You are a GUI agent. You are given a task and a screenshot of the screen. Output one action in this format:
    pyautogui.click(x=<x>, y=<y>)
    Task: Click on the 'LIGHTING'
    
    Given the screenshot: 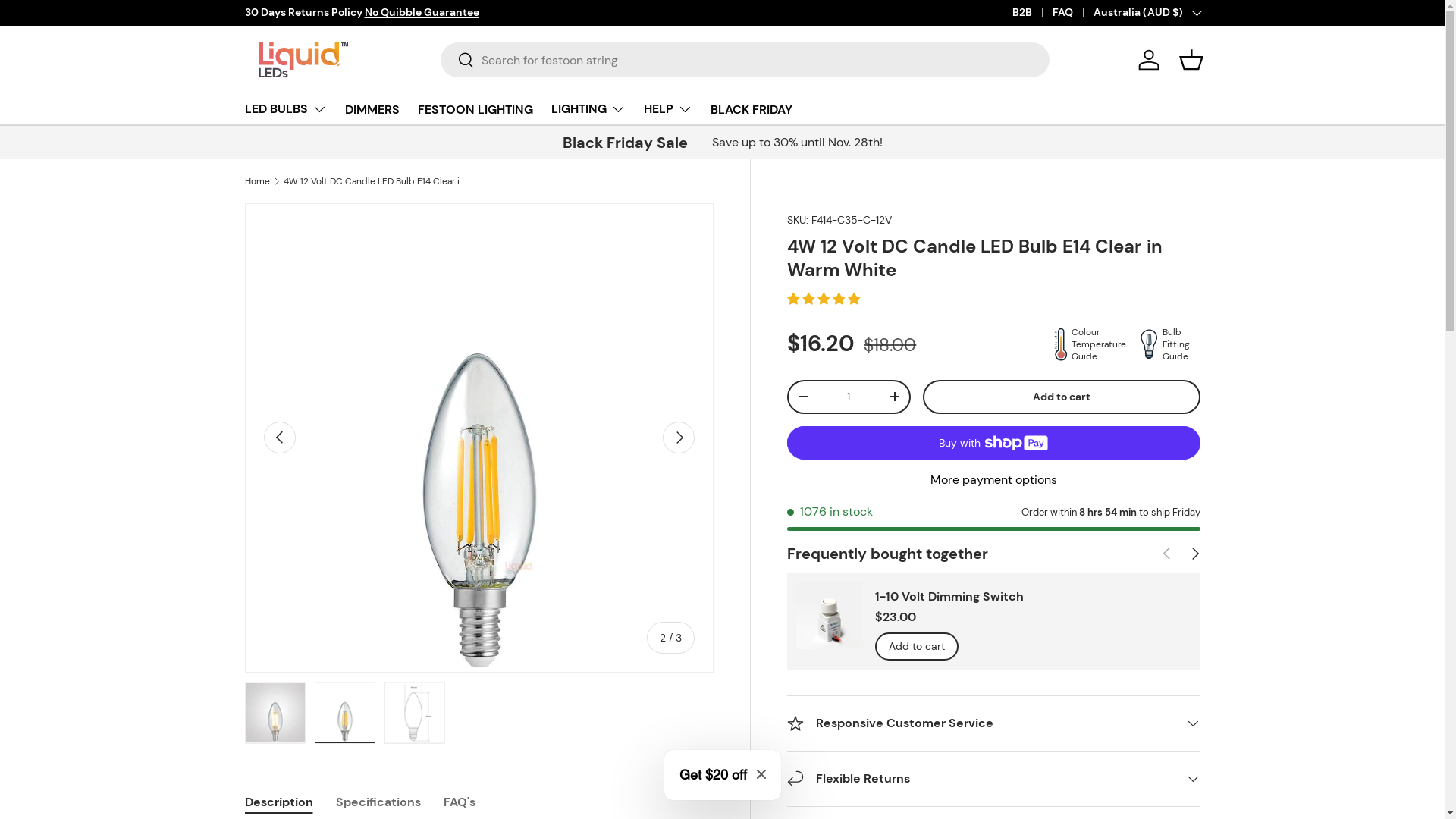 What is the action you would take?
    pyautogui.click(x=586, y=108)
    